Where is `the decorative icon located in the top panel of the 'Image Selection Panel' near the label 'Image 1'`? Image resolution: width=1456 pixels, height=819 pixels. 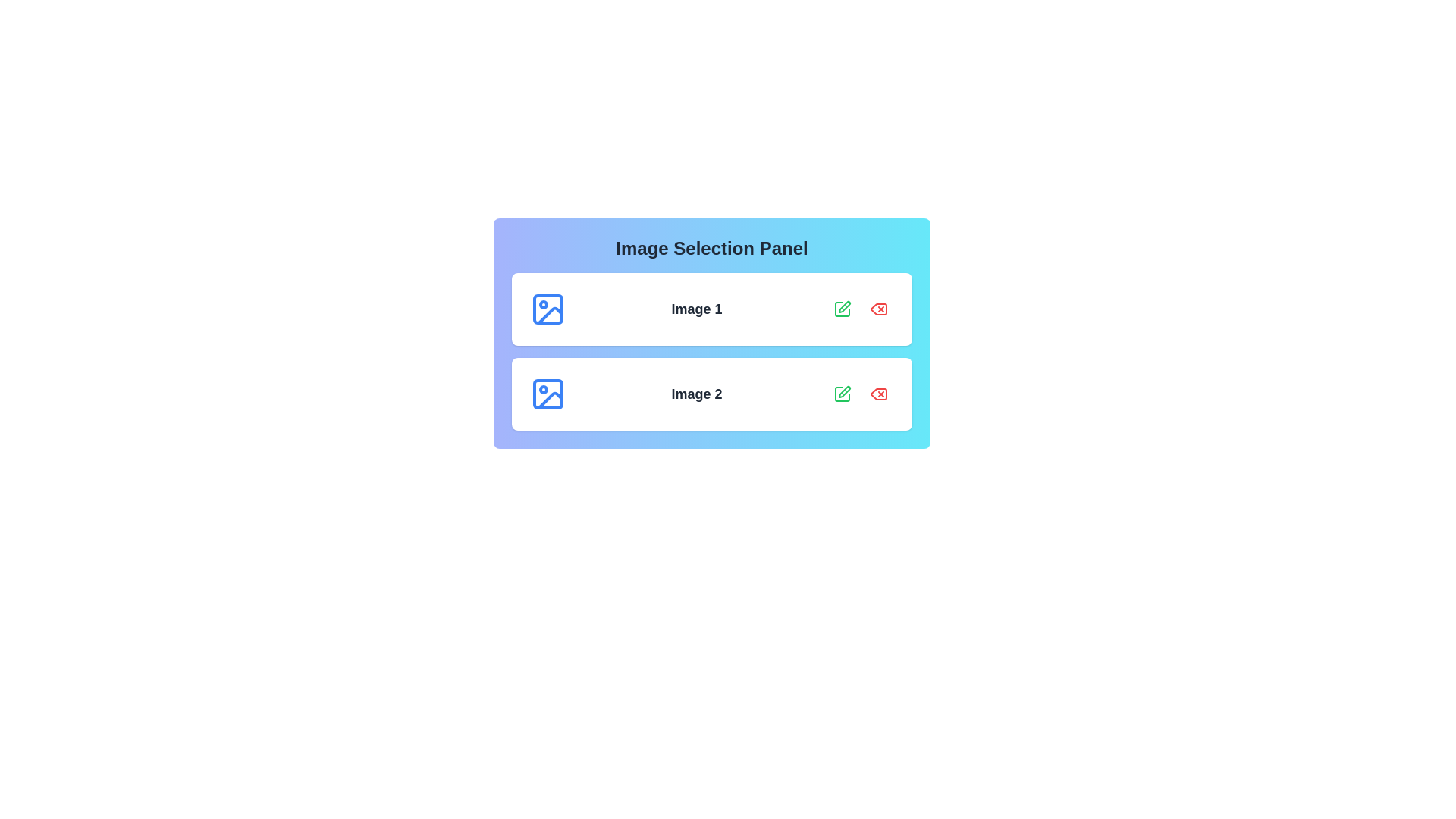 the decorative icon located in the top panel of the 'Image Selection Panel' near the label 'Image 1' is located at coordinates (548, 309).